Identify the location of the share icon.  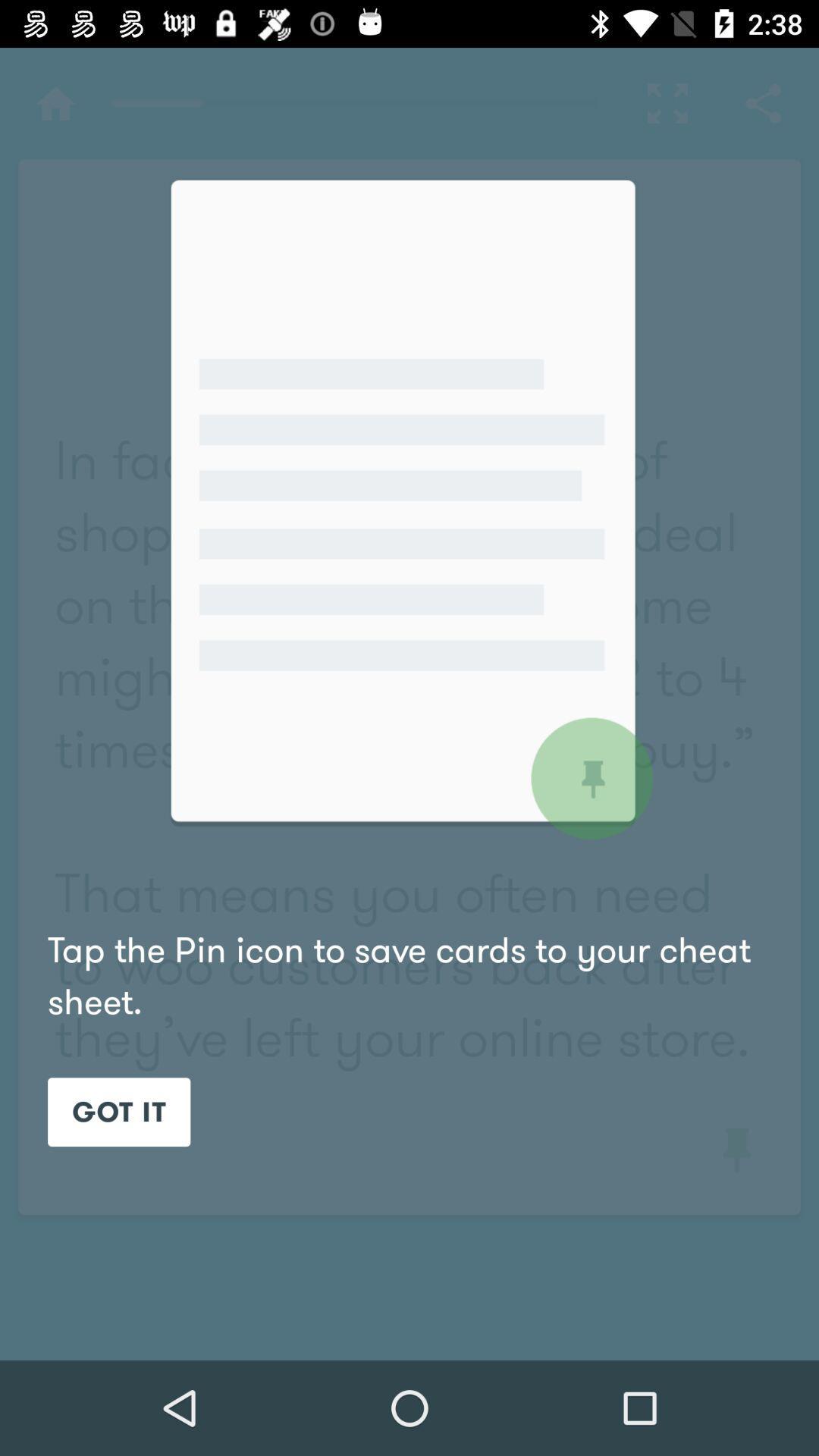
(763, 102).